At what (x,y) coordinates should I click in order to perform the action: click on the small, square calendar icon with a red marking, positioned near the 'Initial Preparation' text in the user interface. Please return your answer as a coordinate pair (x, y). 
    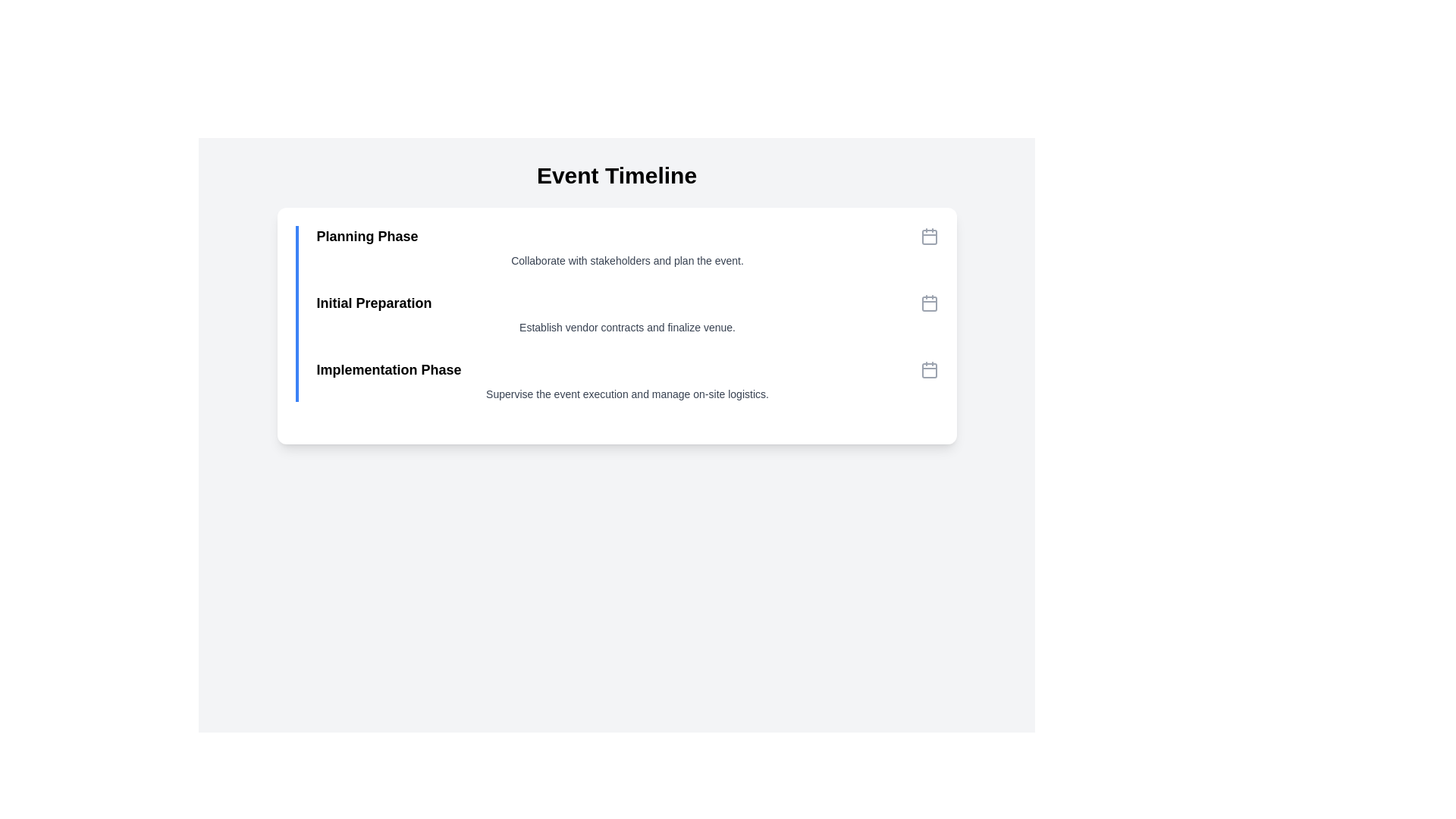
    Looking at the image, I should click on (928, 304).